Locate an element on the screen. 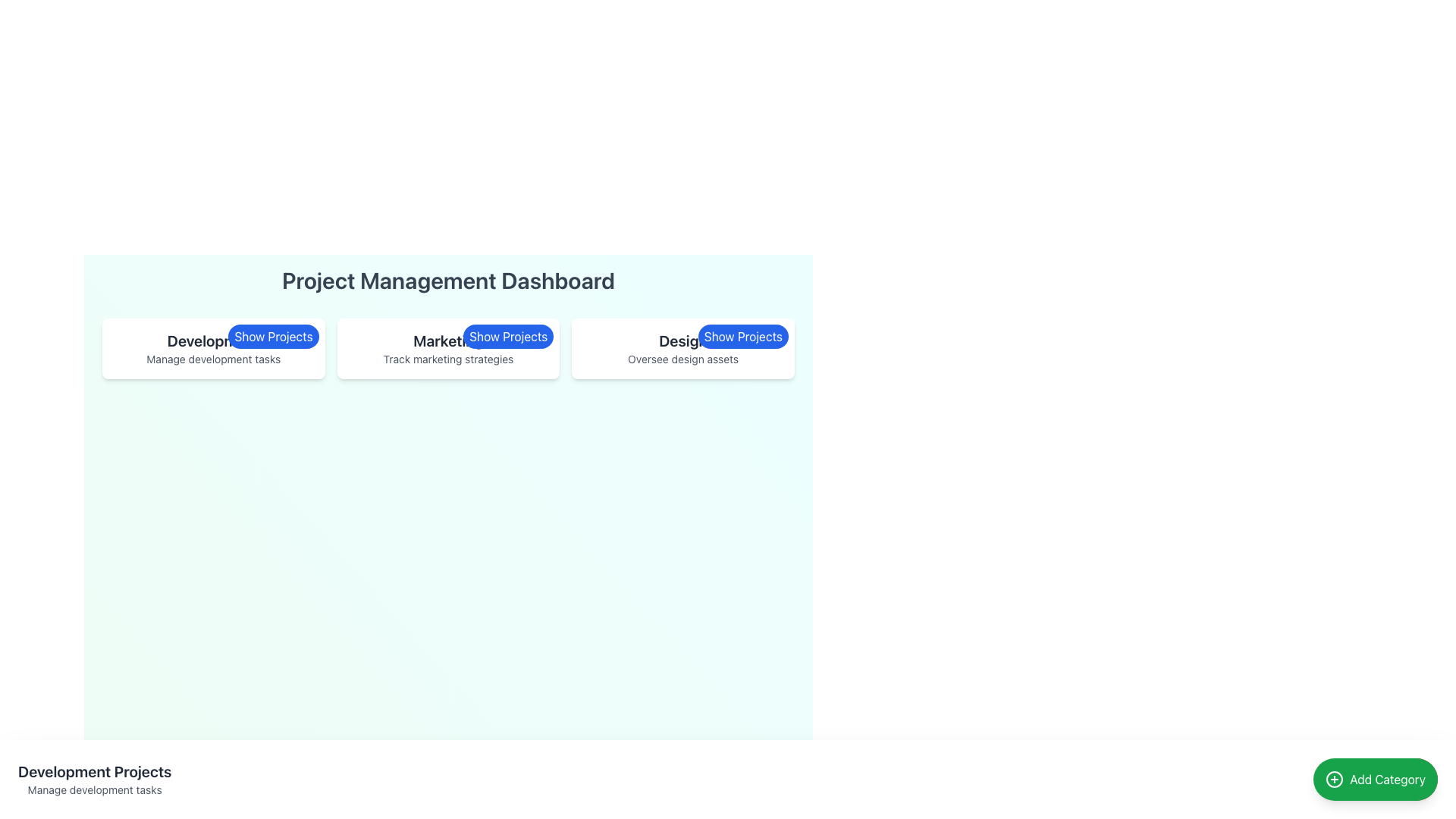 Image resolution: width=1456 pixels, height=819 pixels. the text label reading 'Manage development tasks' which is styled in a smaller, lighter gray font and located beneath the 'Development Projects' heading is located at coordinates (94, 789).